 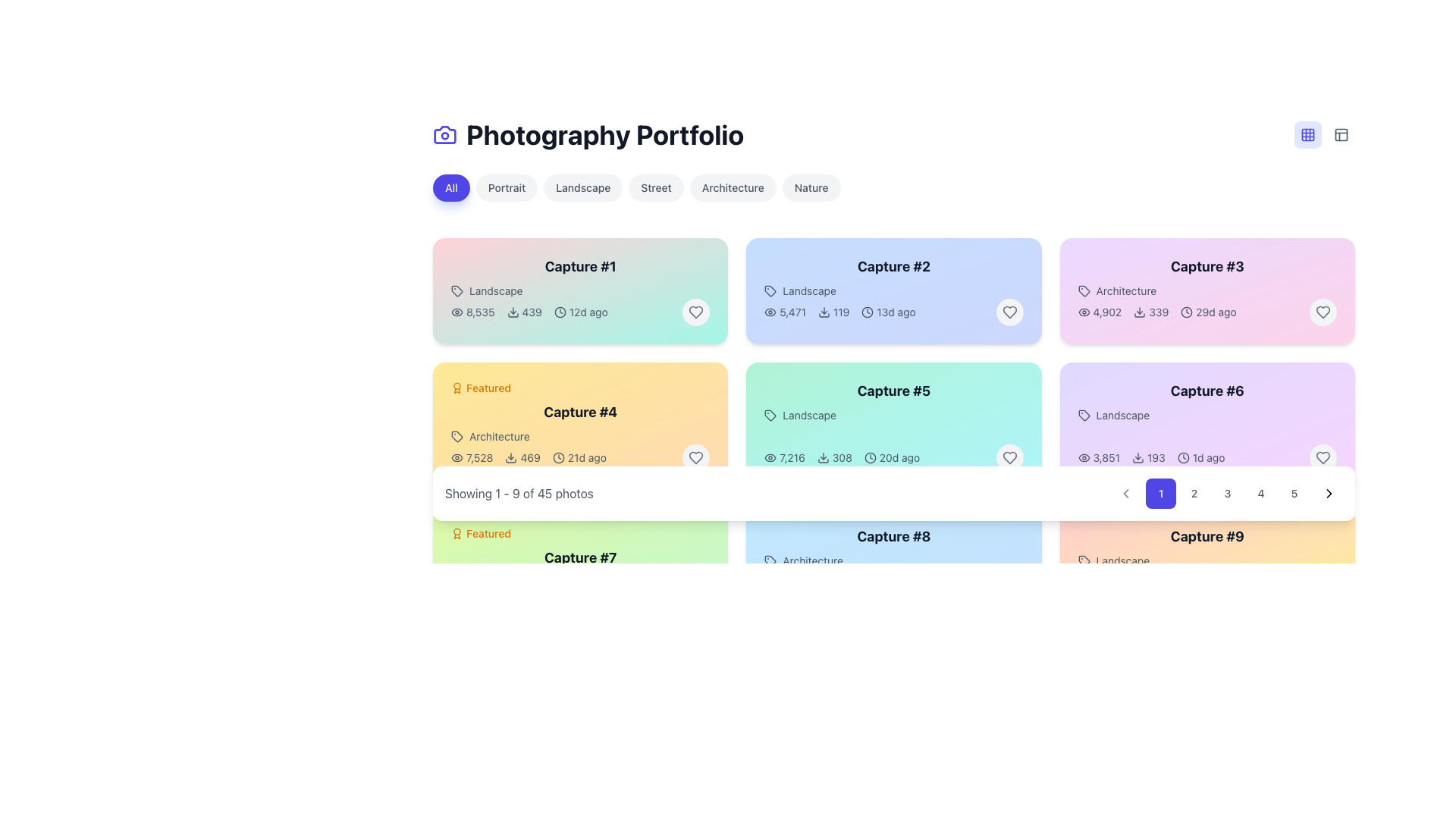 What do you see at coordinates (1328, 494) in the screenshot?
I see `the right-facing chevron icon button located at the farthest right position in the pagination control` at bounding box center [1328, 494].